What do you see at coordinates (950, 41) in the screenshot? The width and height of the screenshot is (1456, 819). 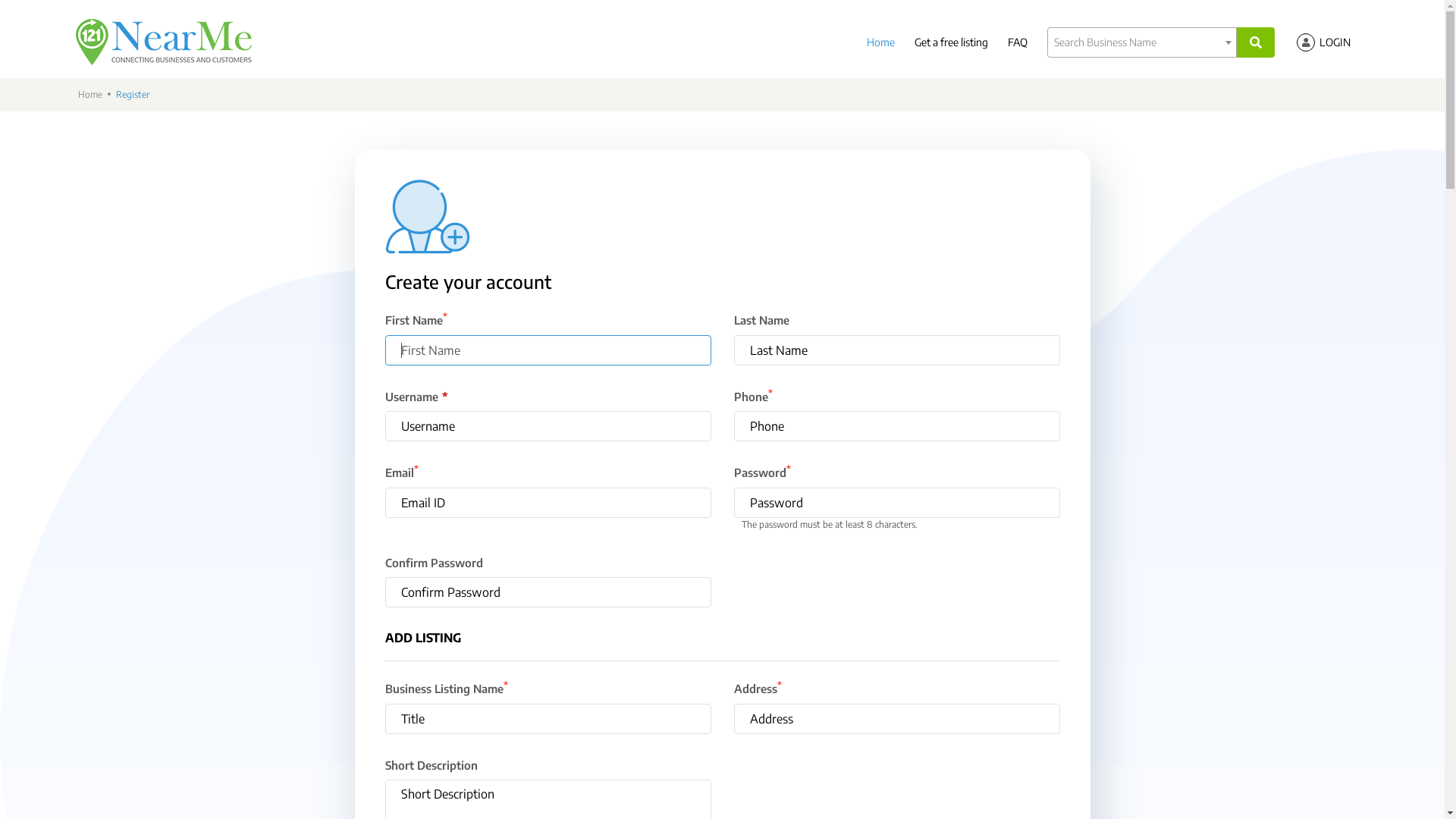 I see `'Get a free listing'` at bounding box center [950, 41].